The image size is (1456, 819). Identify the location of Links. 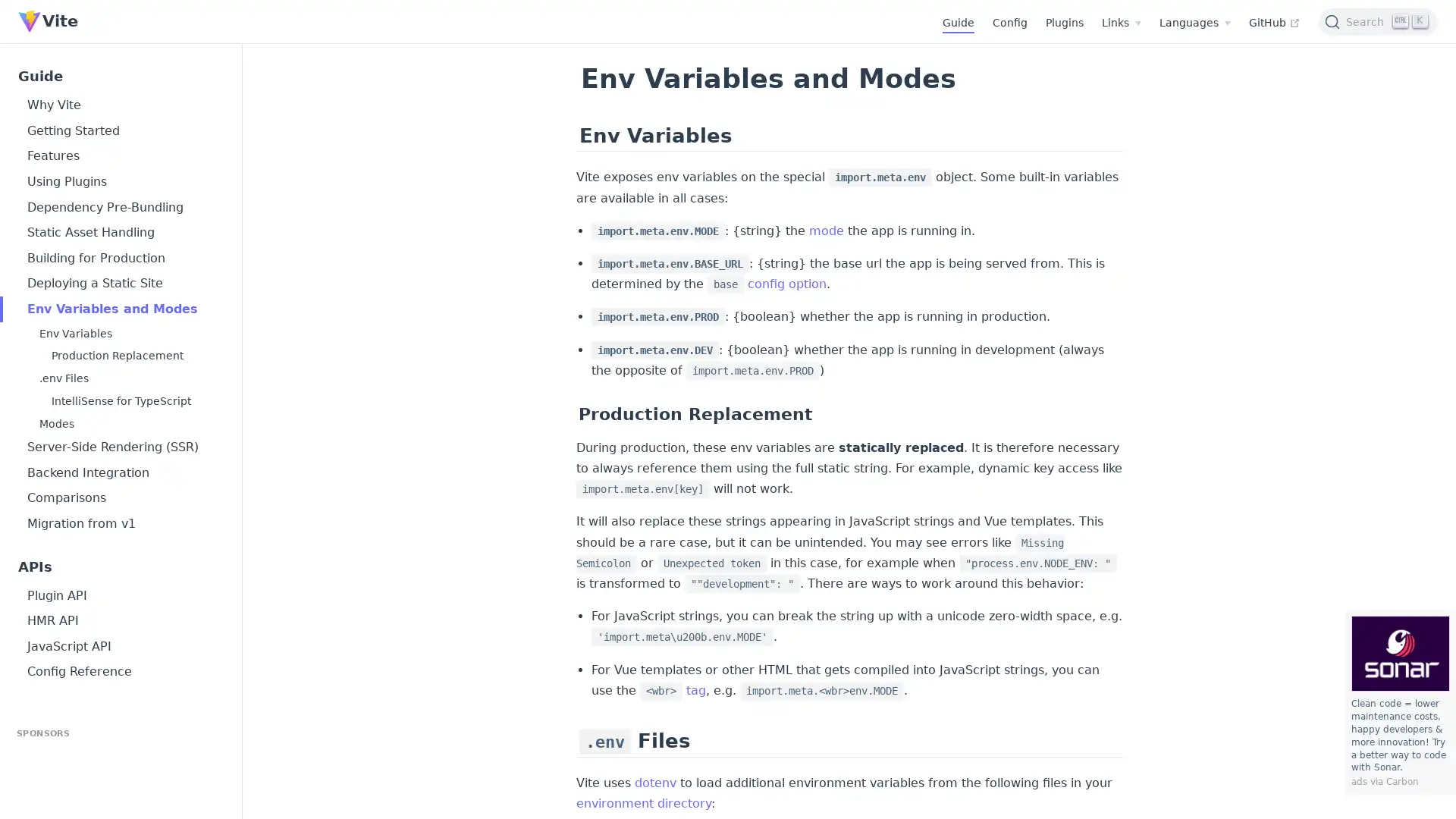
(1121, 23).